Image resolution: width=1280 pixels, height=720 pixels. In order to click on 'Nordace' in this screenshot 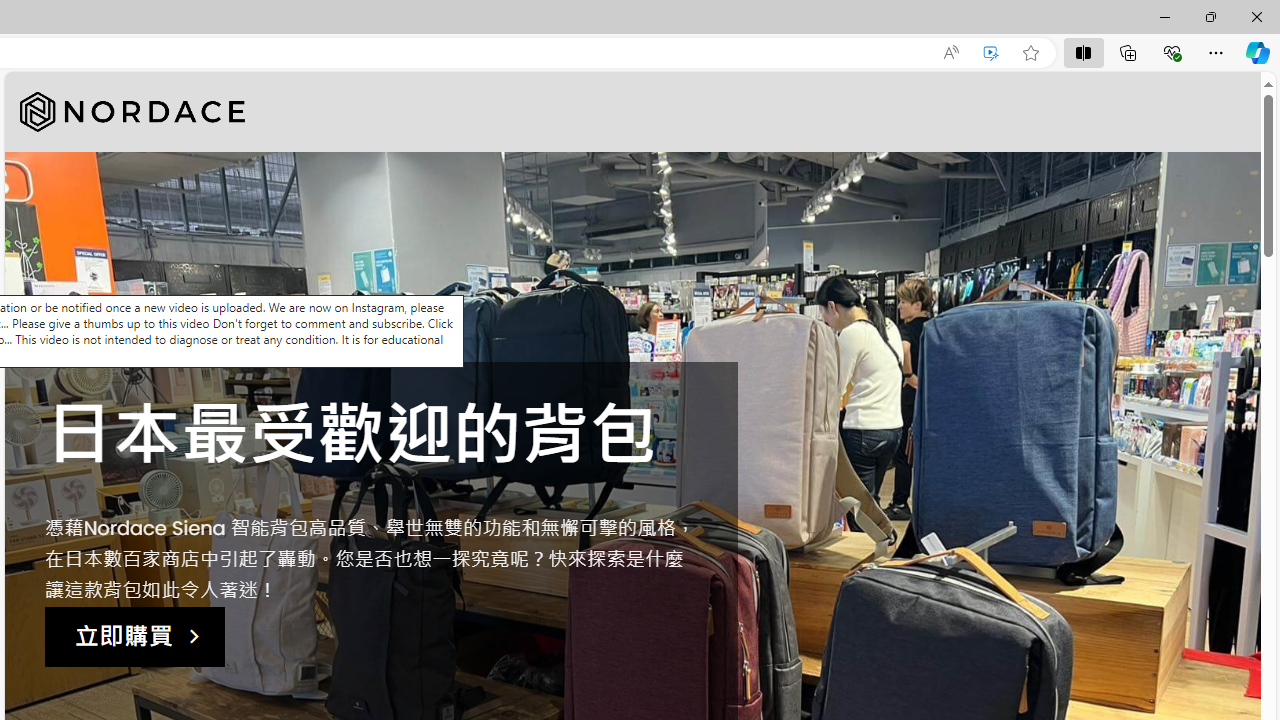, I will do `click(132, 111)`.